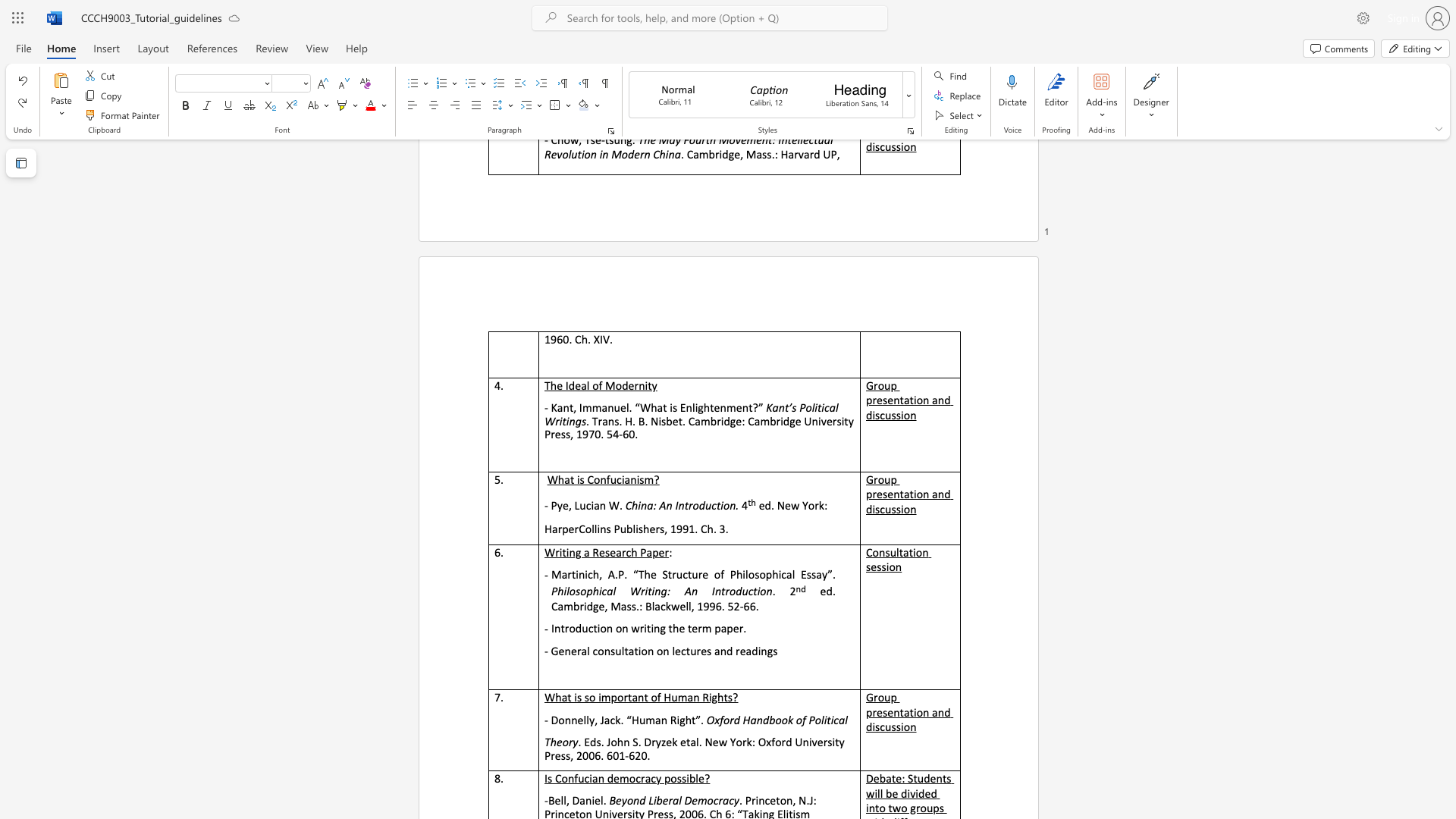  What do you see at coordinates (556, 505) in the screenshot?
I see `the subset text "ye" within the text "- Pye, Lucian W."` at bounding box center [556, 505].